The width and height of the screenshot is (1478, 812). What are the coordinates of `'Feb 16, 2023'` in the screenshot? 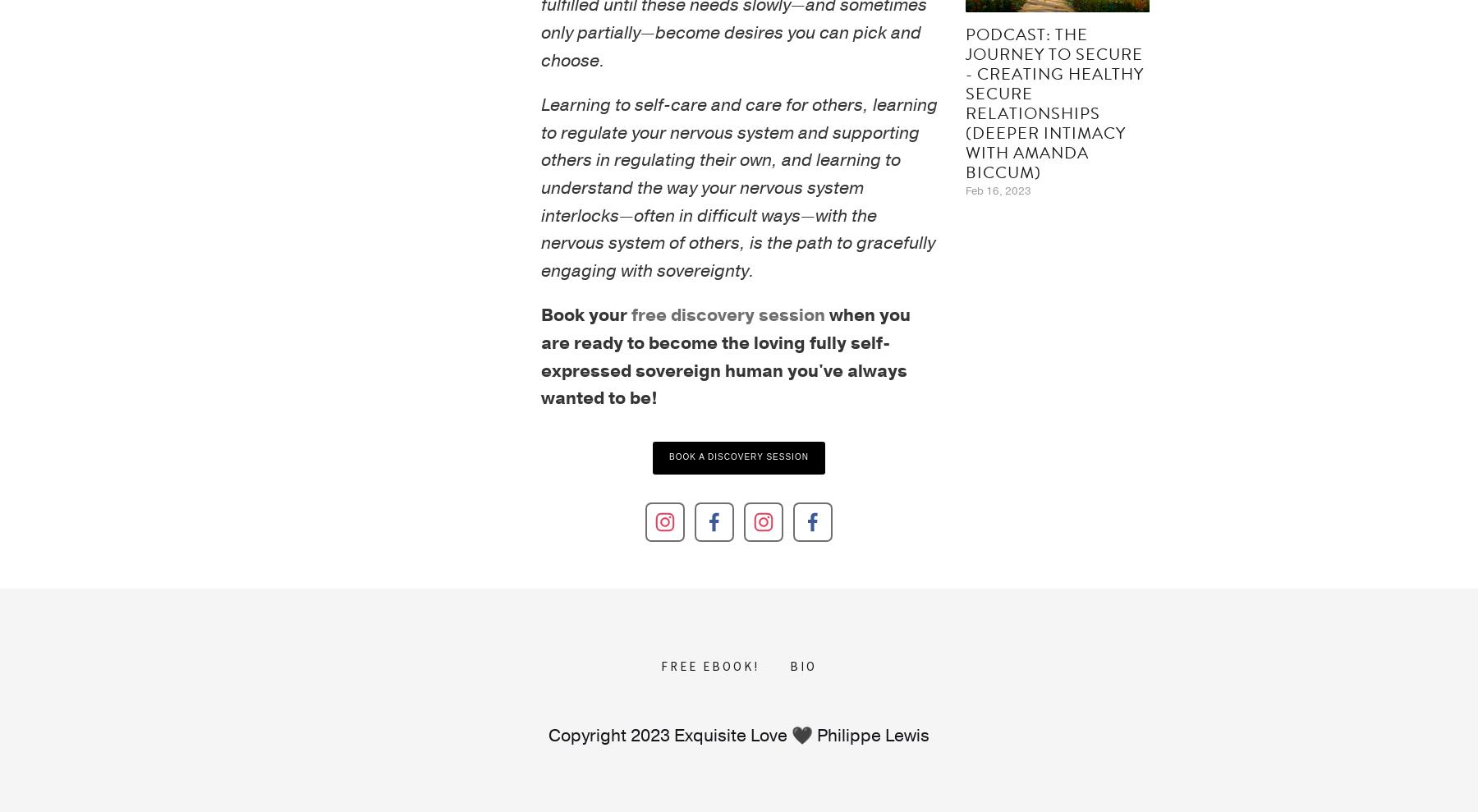 It's located at (997, 190).